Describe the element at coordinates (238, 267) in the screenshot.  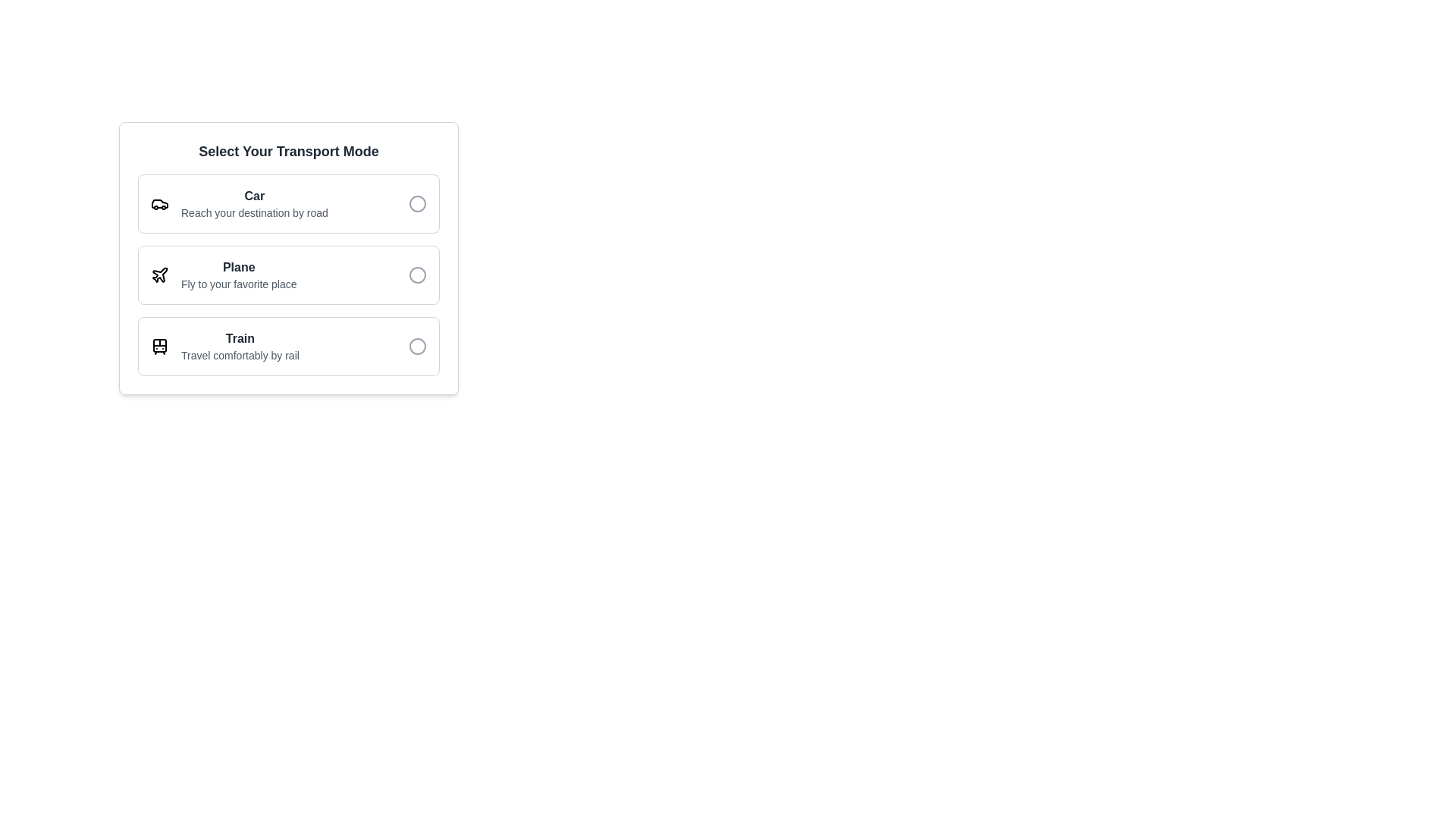
I see `the 'Plane' text label in bold, dark text that is located in the second card of transportation options for highlighting effects` at that location.